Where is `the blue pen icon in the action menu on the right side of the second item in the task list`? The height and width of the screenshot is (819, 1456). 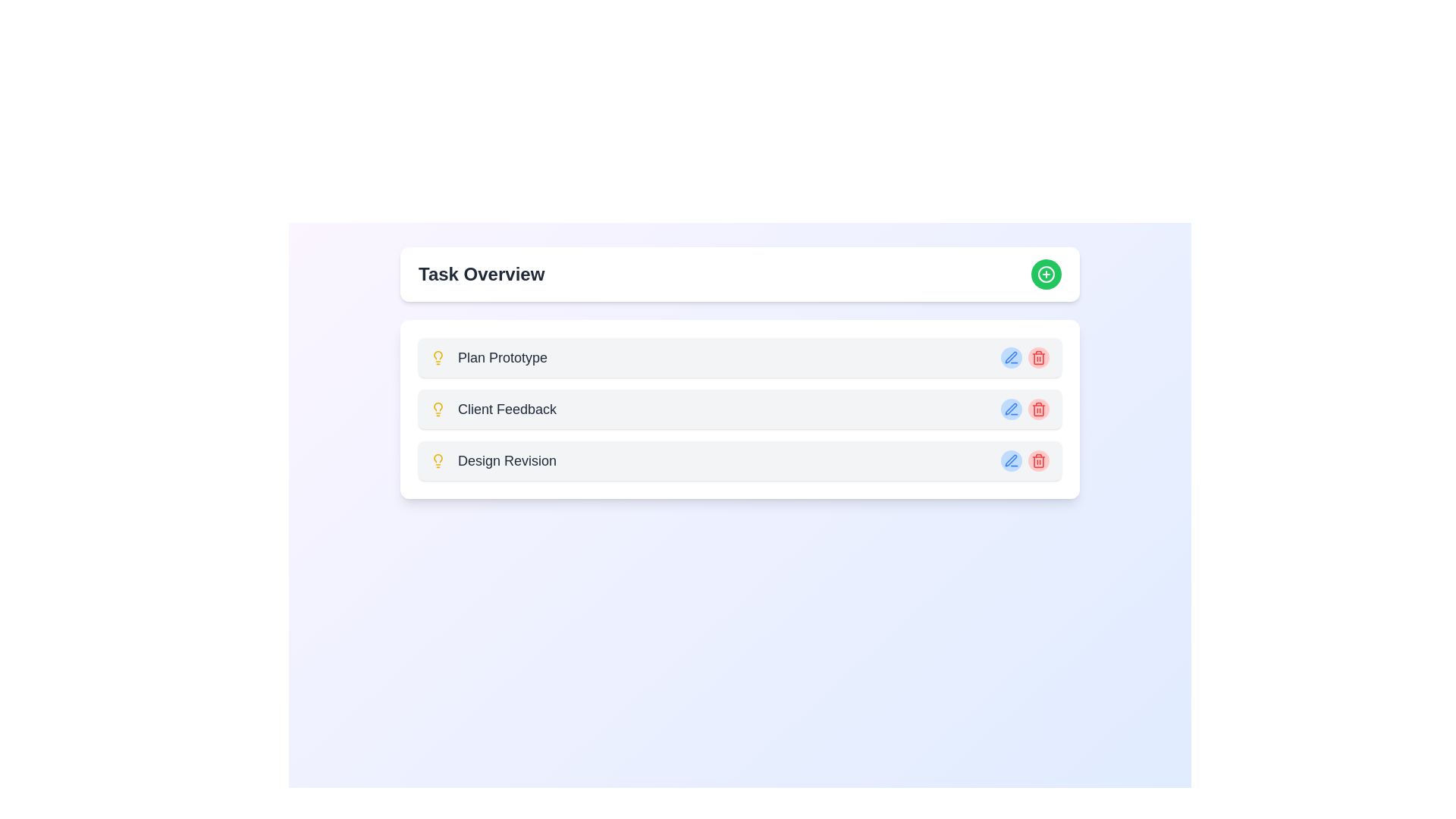 the blue pen icon in the action menu on the right side of the second item in the task list is located at coordinates (1011, 408).